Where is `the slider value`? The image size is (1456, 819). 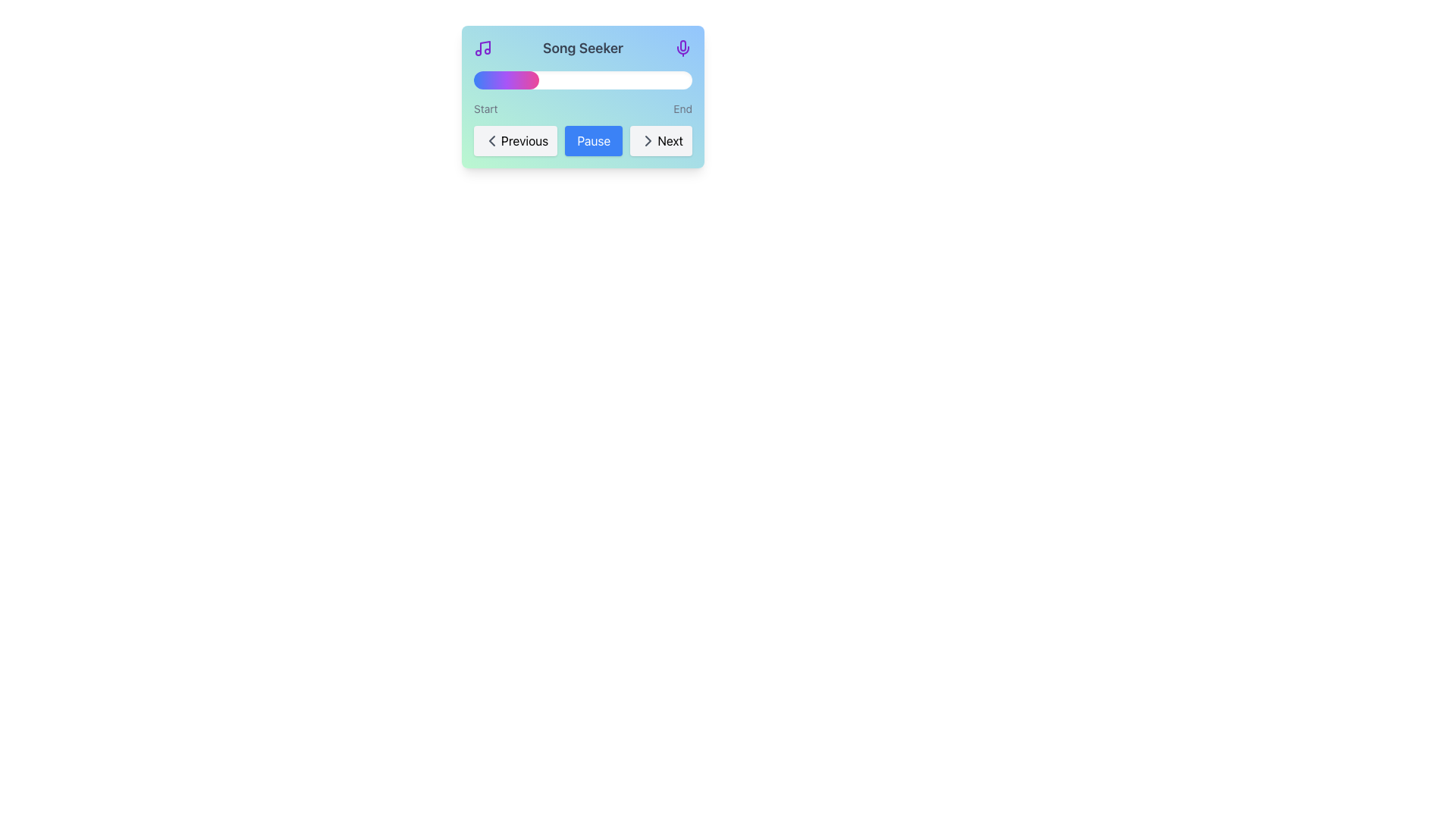
the slider value is located at coordinates (554, 80).